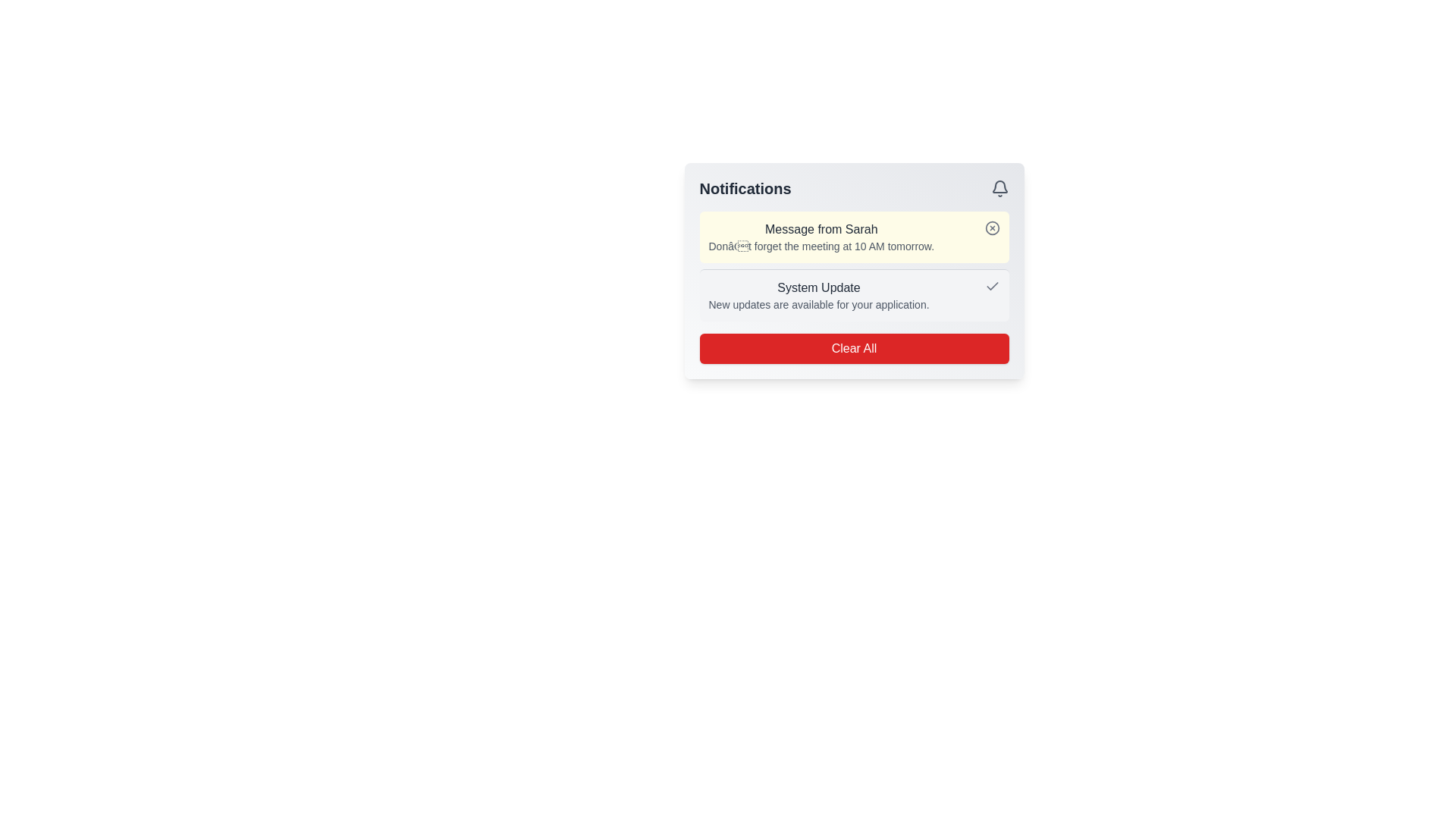 This screenshot has width=1456, height=819. Describe the element at coordinates (854, 237) in the screenshot. I see `message content of the notification card titled 'Message from Sarah' which contains the text 'Don’t forget the meeting at 10 AM tomorrow.'` at that location.